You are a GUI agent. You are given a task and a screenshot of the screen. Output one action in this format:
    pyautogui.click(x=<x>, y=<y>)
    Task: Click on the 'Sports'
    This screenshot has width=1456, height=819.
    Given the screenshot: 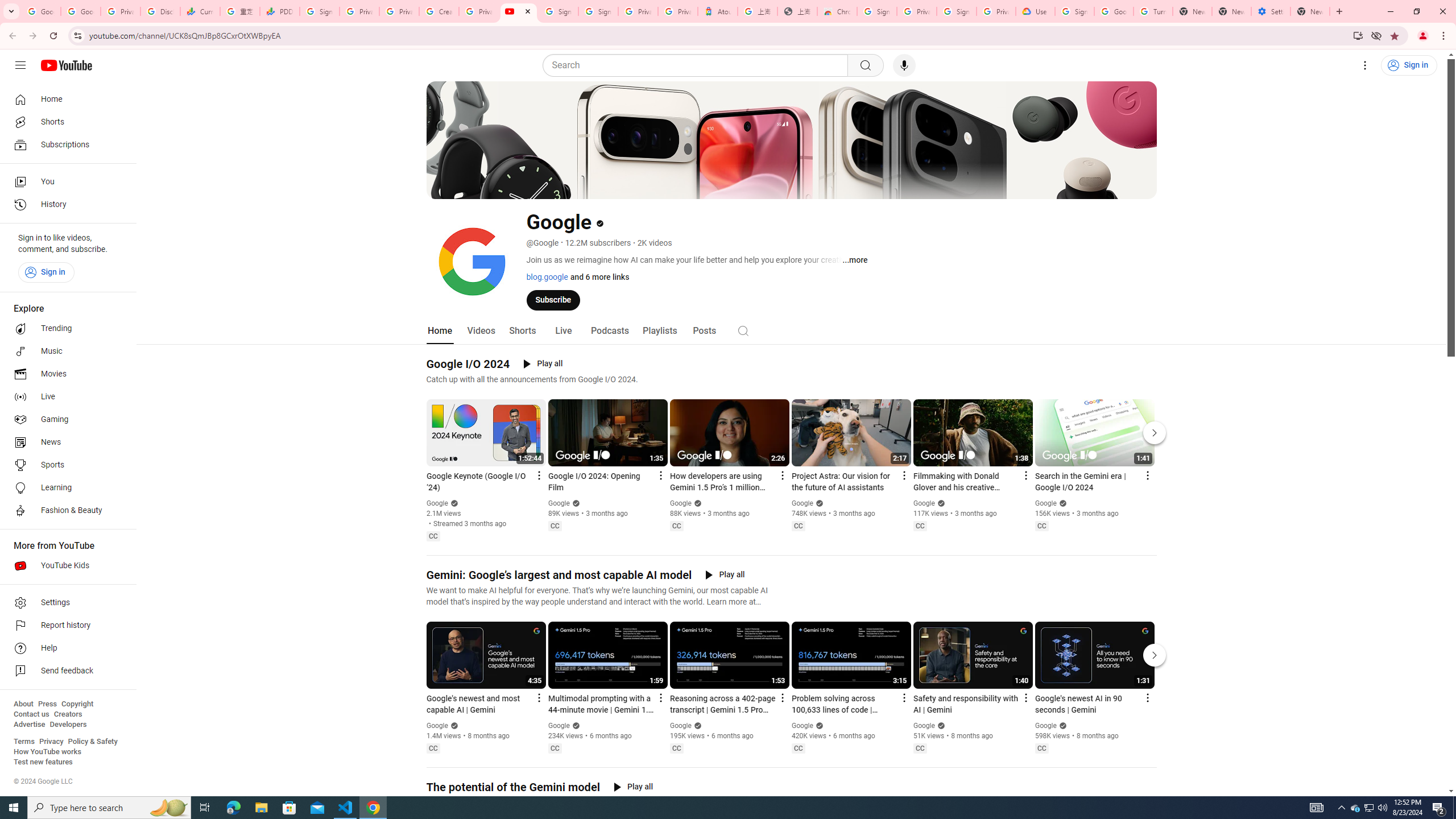 What is the action you would take?
    pyautogui.click(x=64, y=464)
    